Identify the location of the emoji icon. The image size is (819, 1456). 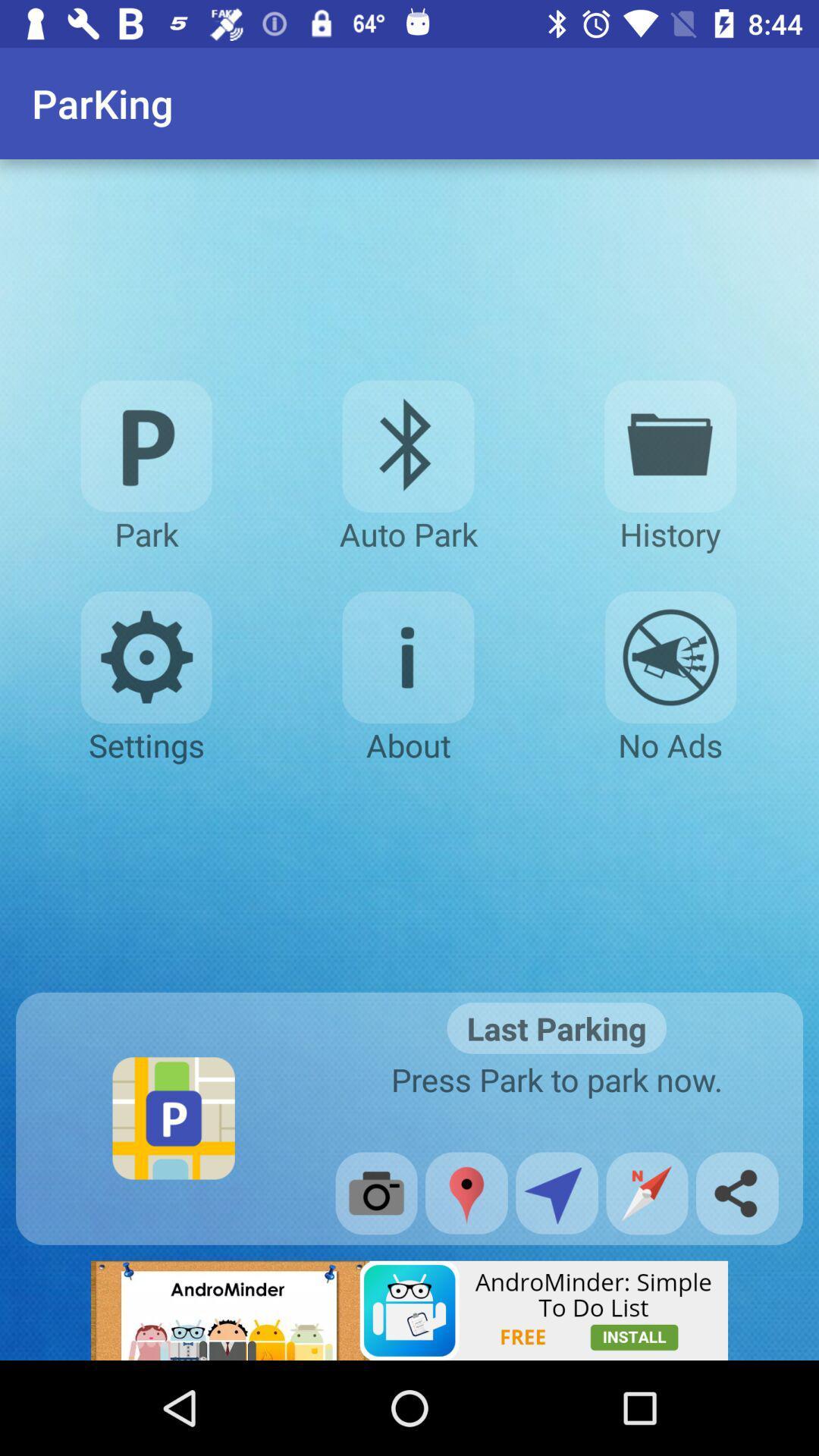
(670, 657).